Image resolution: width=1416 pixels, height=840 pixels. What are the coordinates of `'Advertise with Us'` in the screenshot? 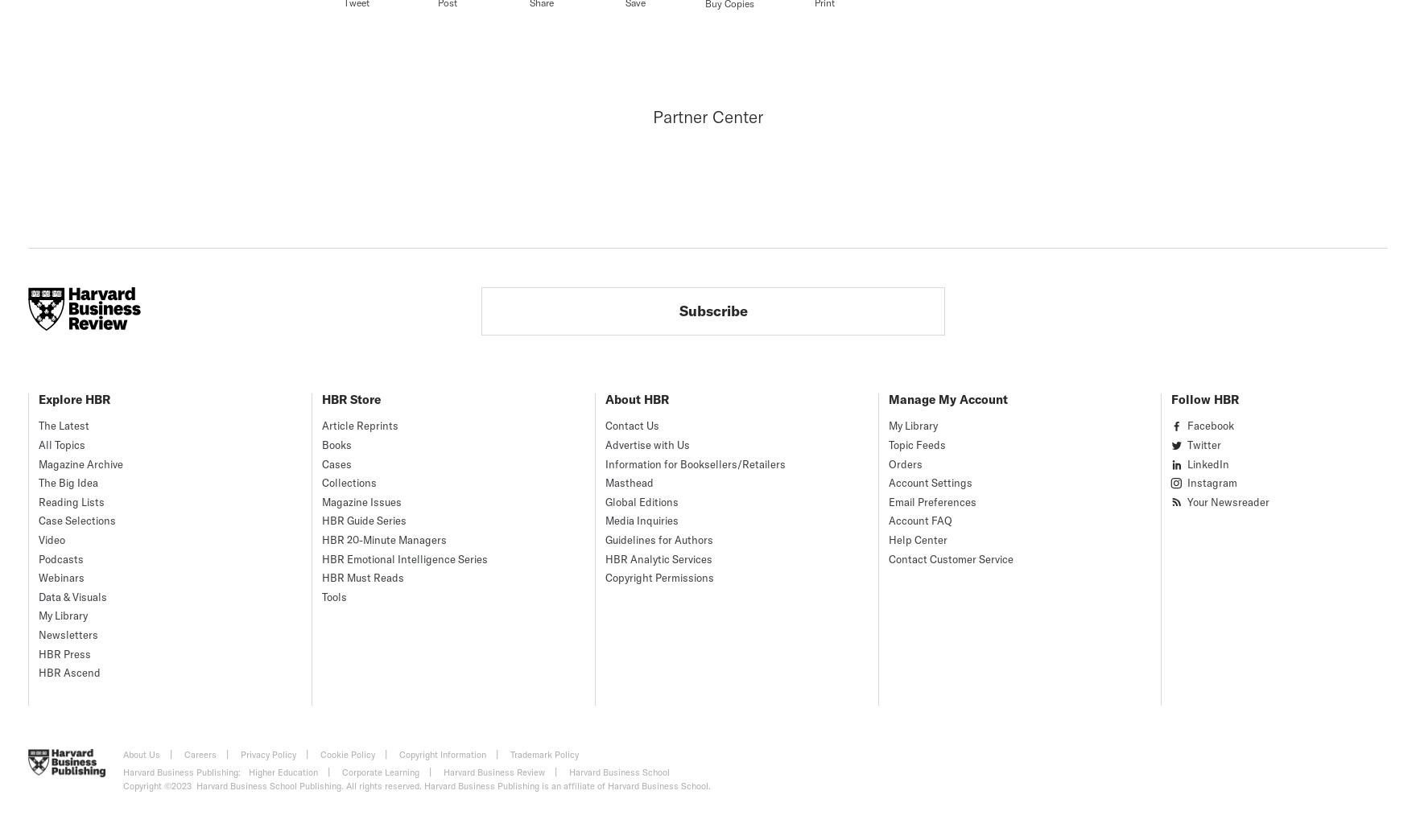 It's located at (646, 444).